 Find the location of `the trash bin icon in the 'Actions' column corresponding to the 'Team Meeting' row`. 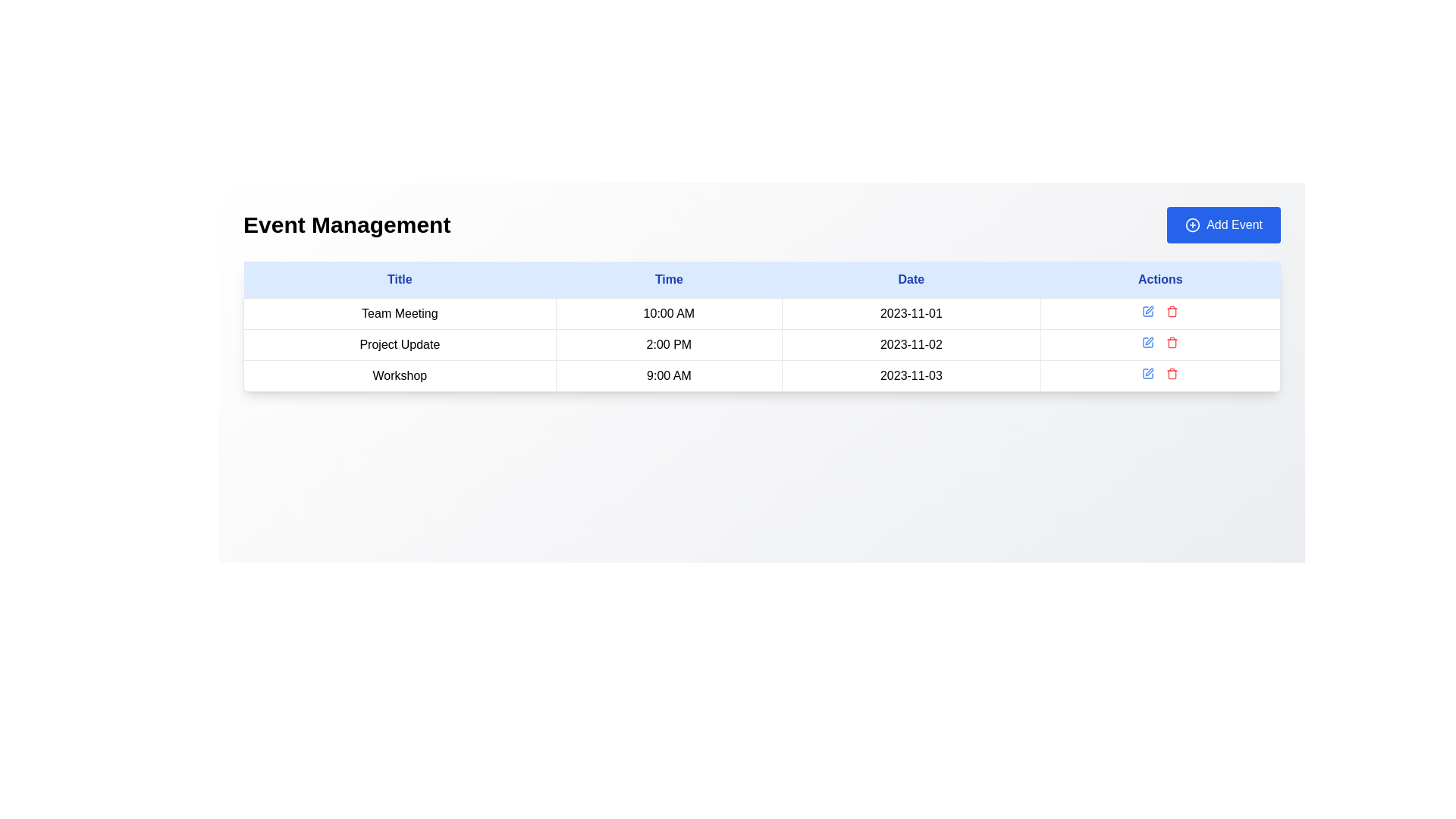

the trash bin icon in the 'Actions' column corresponding to the 'Team Meeting' row is located at coordinates (1172, 312).